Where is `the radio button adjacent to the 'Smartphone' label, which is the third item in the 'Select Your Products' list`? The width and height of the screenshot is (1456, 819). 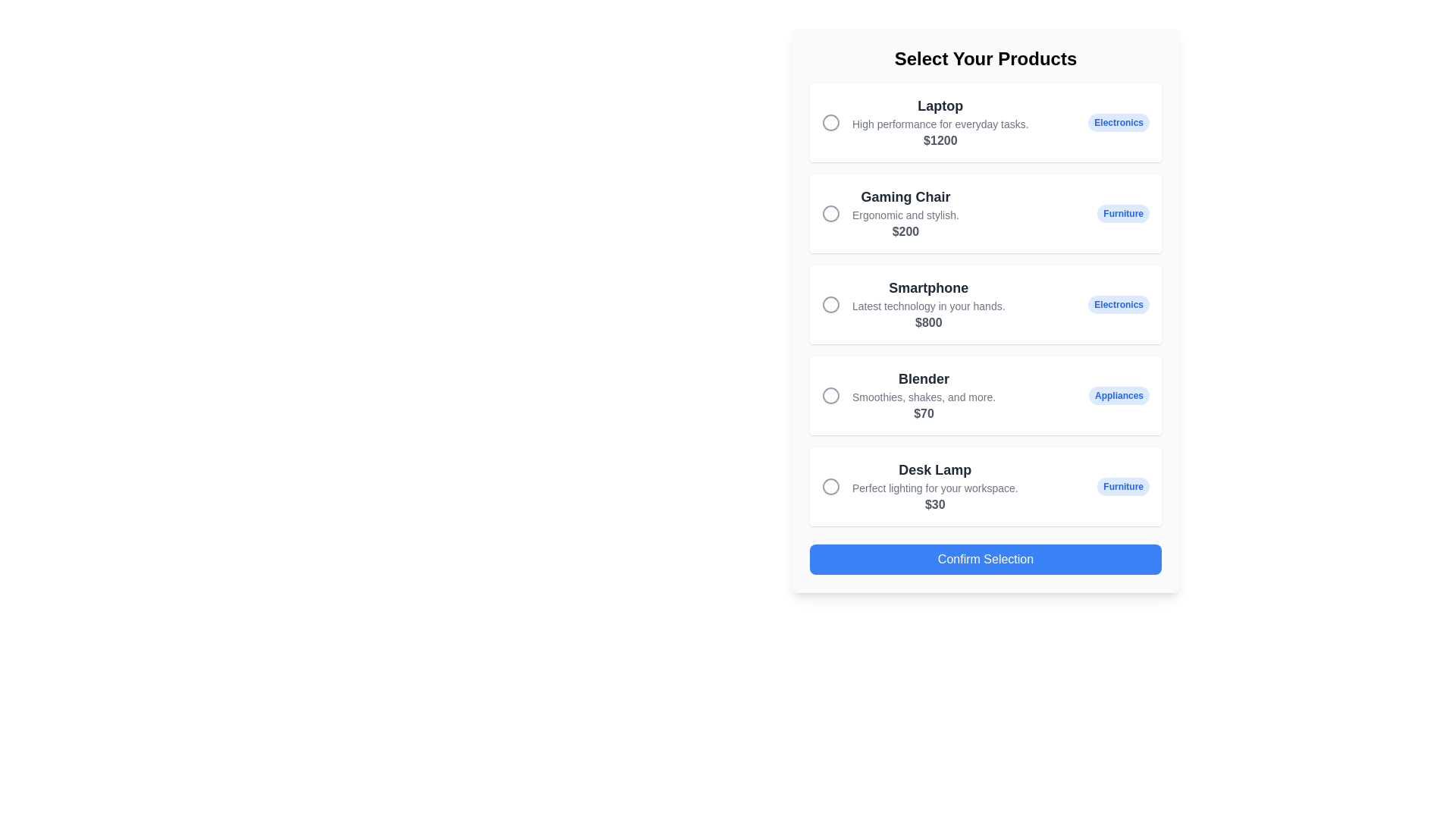
the radio button adjacent to the 'Smartphone' label, which is the third item in the 'Select Your Products' list is located at coordinates (927, 304).